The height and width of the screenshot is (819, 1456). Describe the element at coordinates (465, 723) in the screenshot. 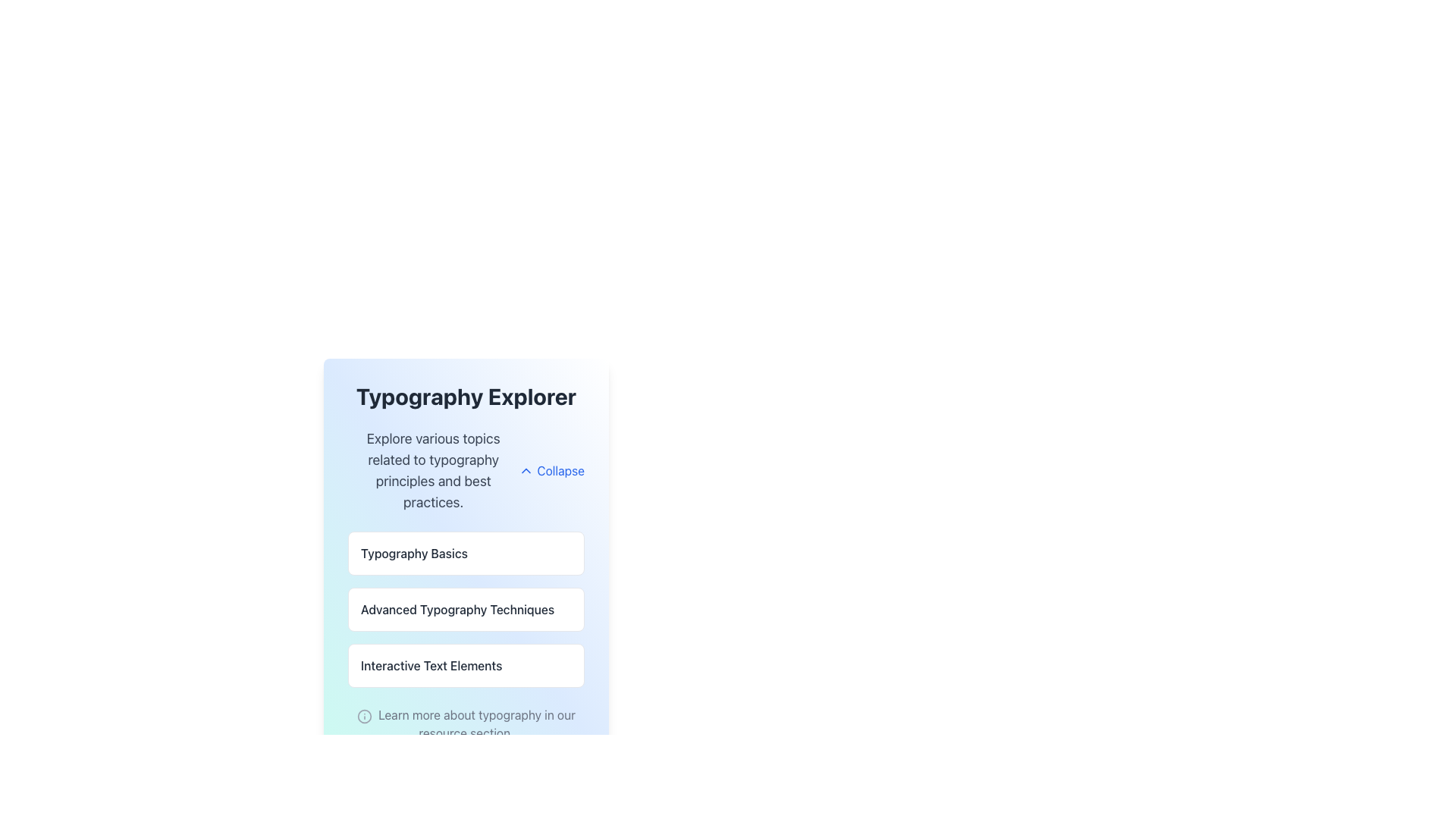

I see `the informational text element located at the bottom of the 'Typography Explorer' section, beneath the 'Interactive Text Elements' card` at that location.